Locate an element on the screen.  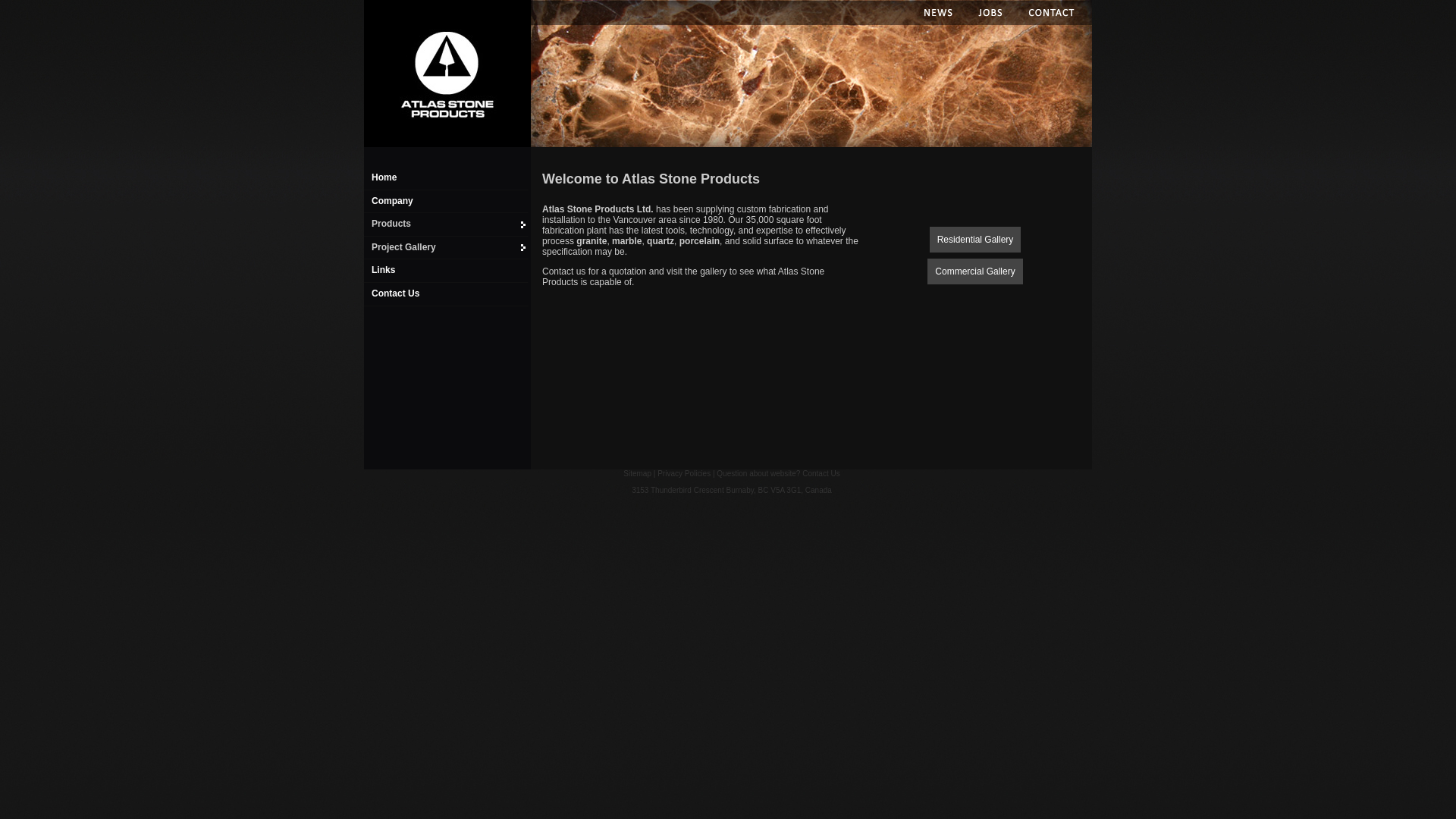
'Residential Gallery' is located at coordinates (928, 239).